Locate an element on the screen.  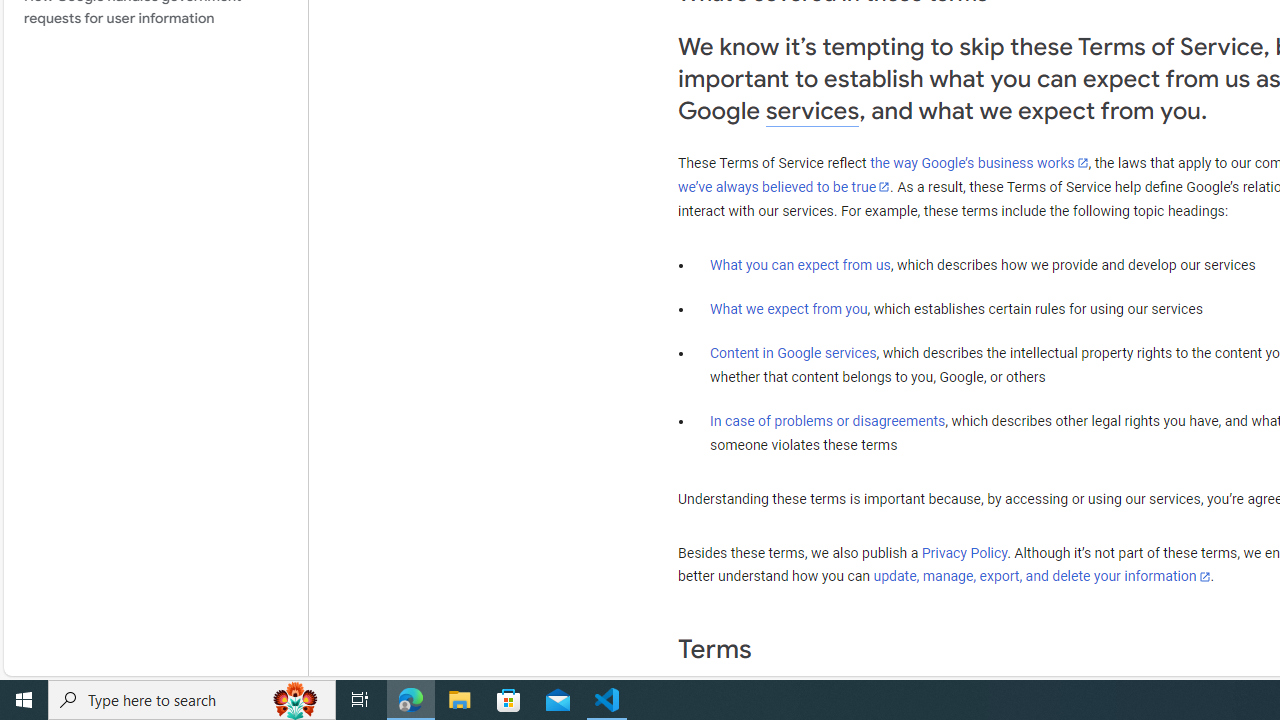
'Content in Google services' is located at coordinates (792, 352).